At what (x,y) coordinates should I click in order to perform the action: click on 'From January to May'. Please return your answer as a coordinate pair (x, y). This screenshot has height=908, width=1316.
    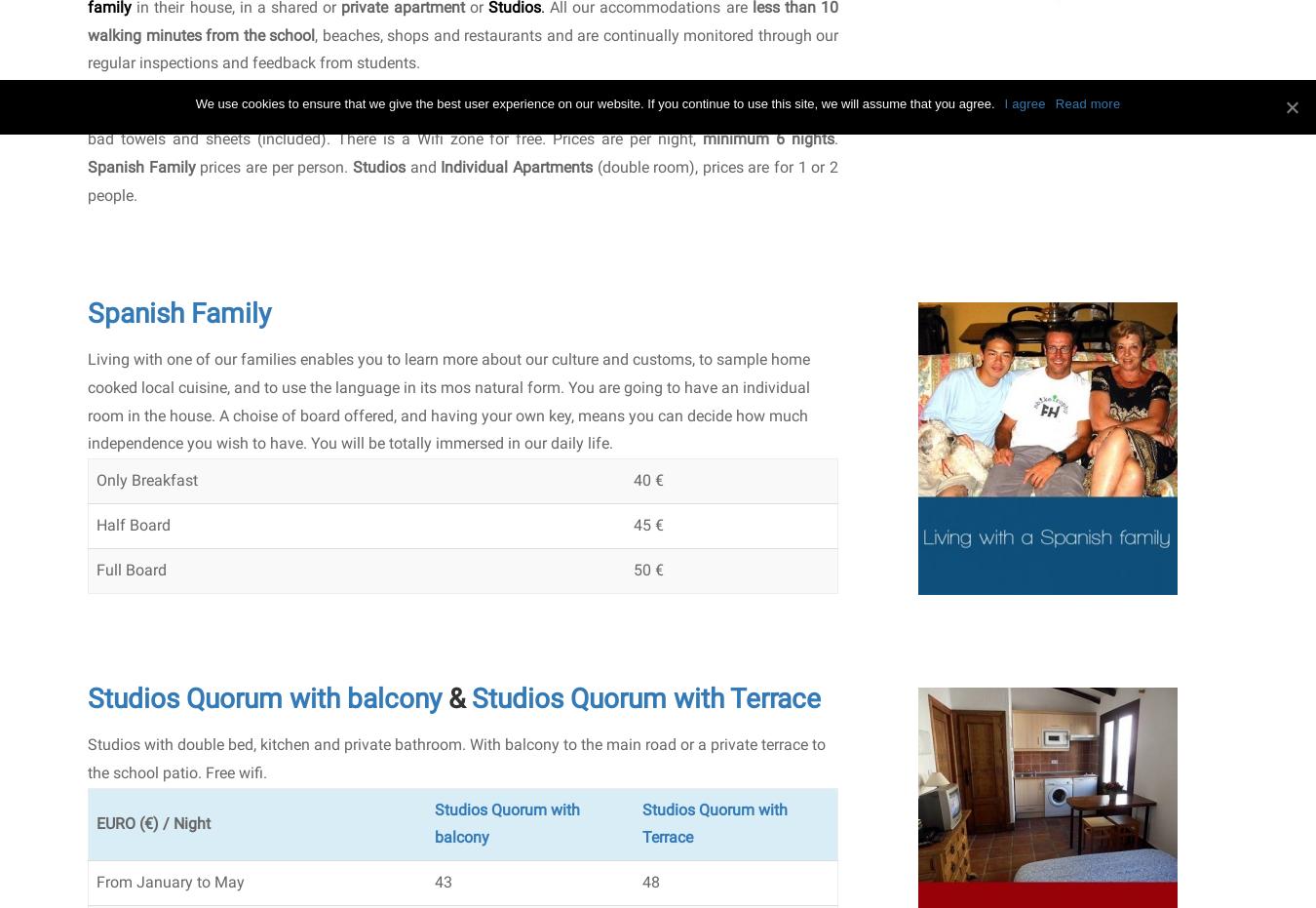
    Looking at the image, I should click on (170, 882).